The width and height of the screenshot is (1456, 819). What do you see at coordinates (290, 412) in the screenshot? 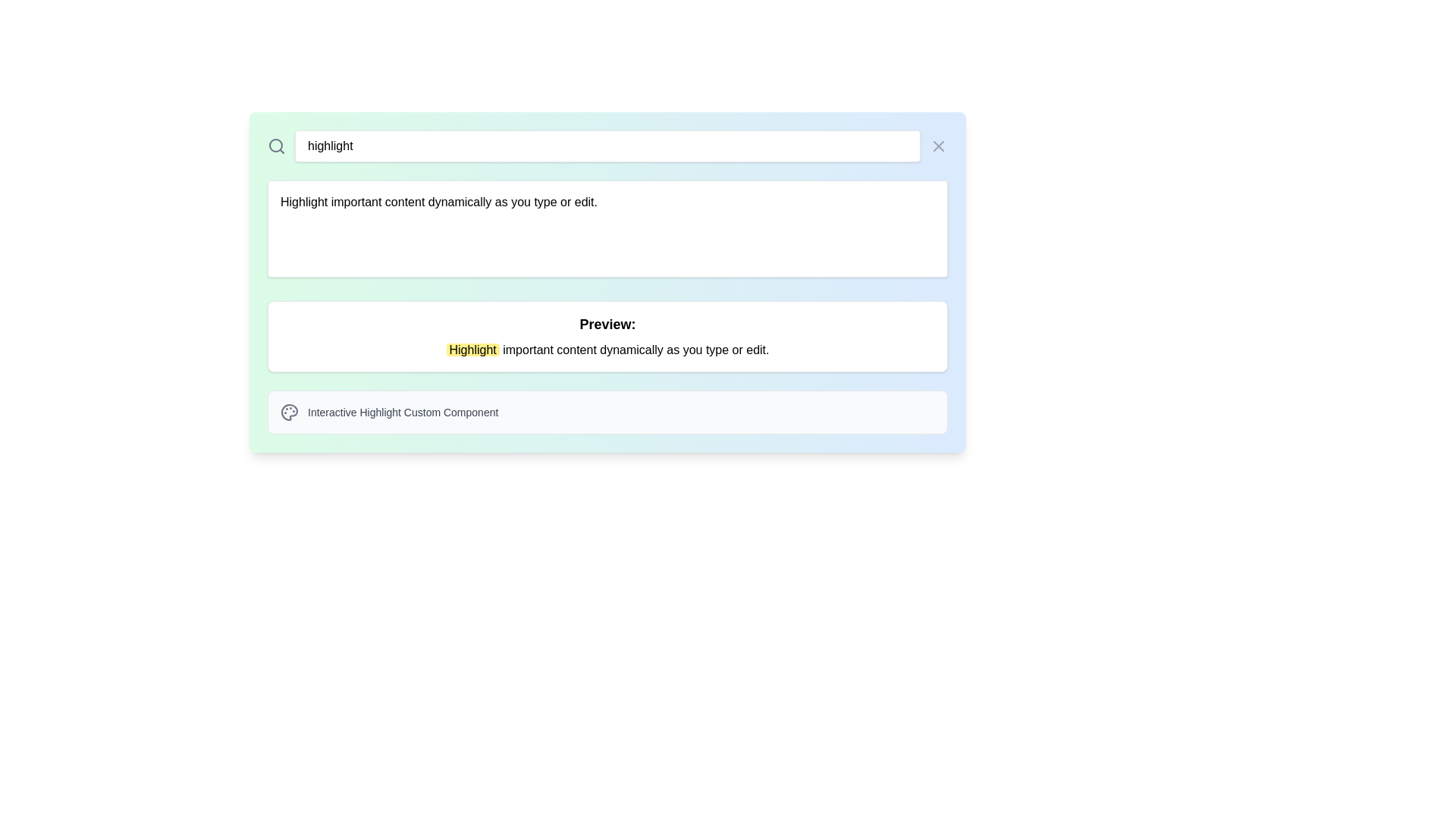
I see `the painter's palette icon located to the left of the text 'Interactive Highlight Custom Component' in the bottom section of the interface` at bounding box center [290, 412].